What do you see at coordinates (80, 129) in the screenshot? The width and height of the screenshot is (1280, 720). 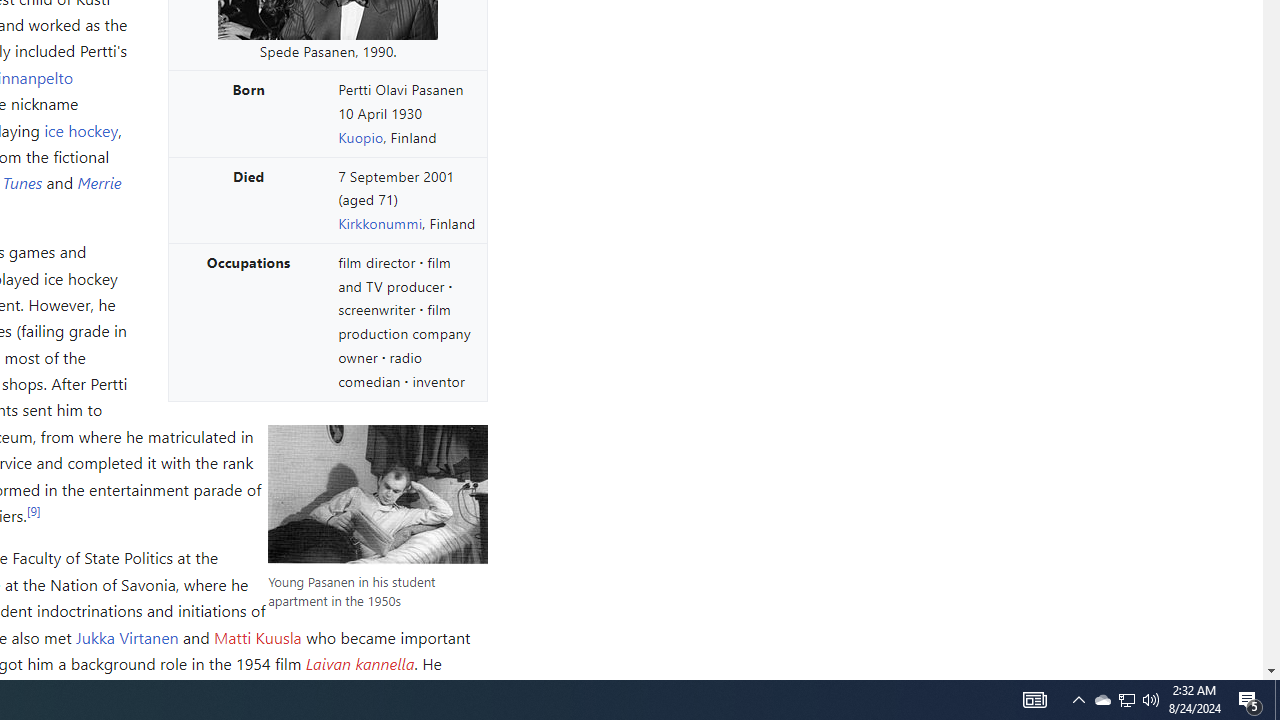 I see `'ice hockey'` at bounding box center [80, 129].